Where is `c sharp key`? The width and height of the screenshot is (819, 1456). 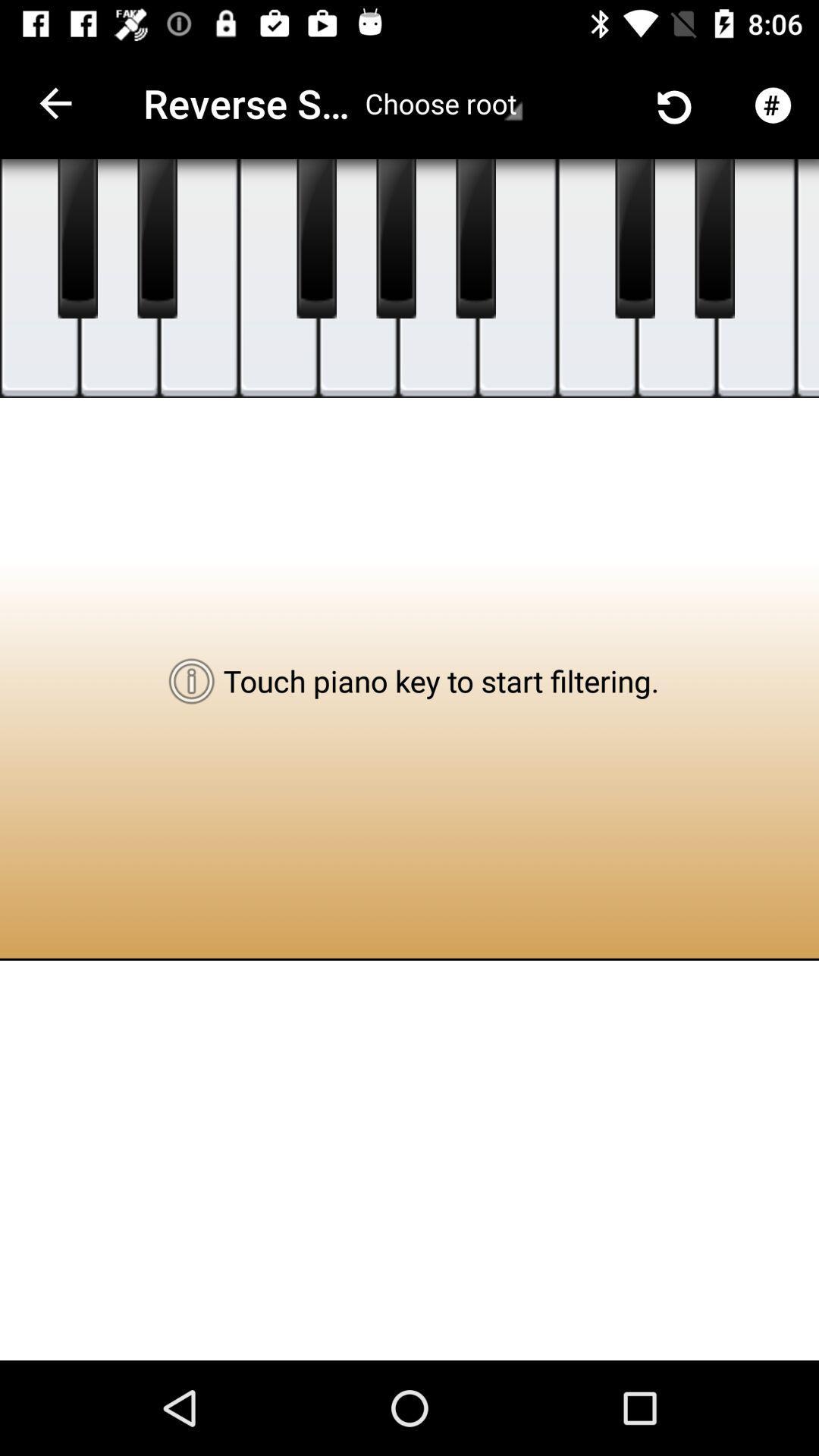 c sharp key is located at coordinates (77, 238).